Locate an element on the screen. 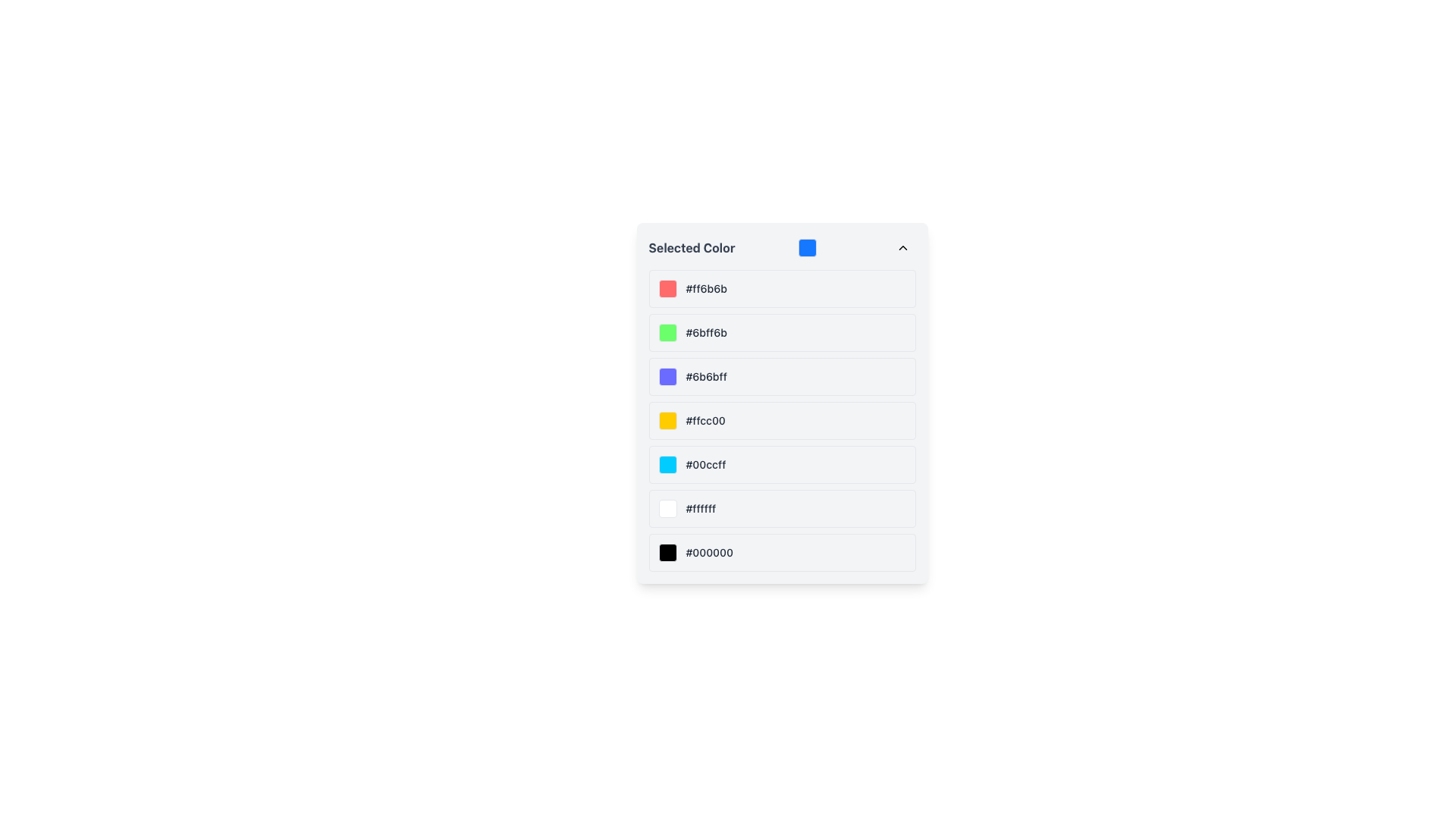 The width and height of the screenshot is (1456, 819). text from the fourth item in the dropdown menu that displays the hexadecimal code for yellow, which is accompanied by a small yellow square to its left is located at coordinates (704, 421).